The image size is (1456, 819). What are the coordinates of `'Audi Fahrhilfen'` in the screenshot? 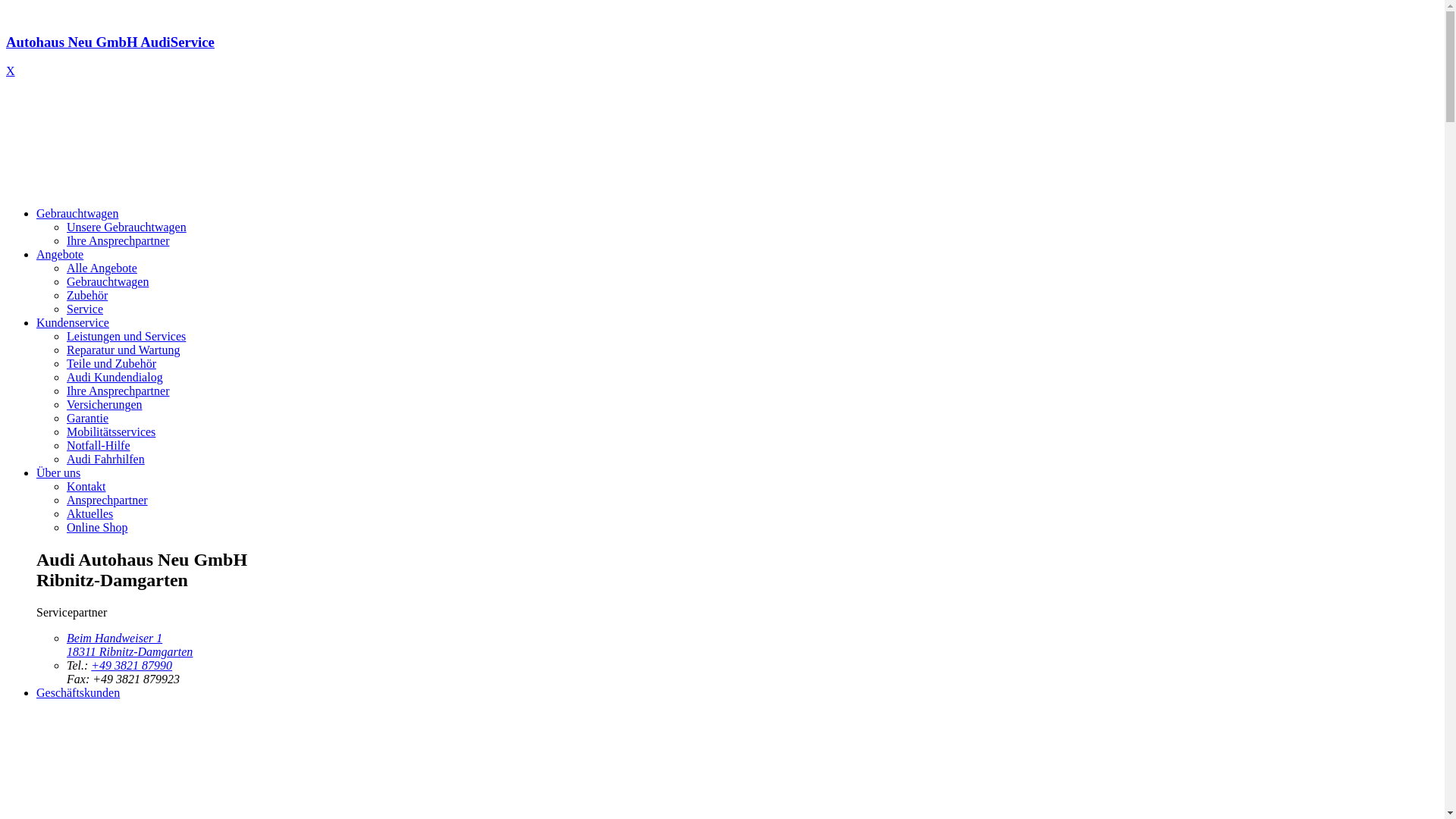 It's located at (105, 458).